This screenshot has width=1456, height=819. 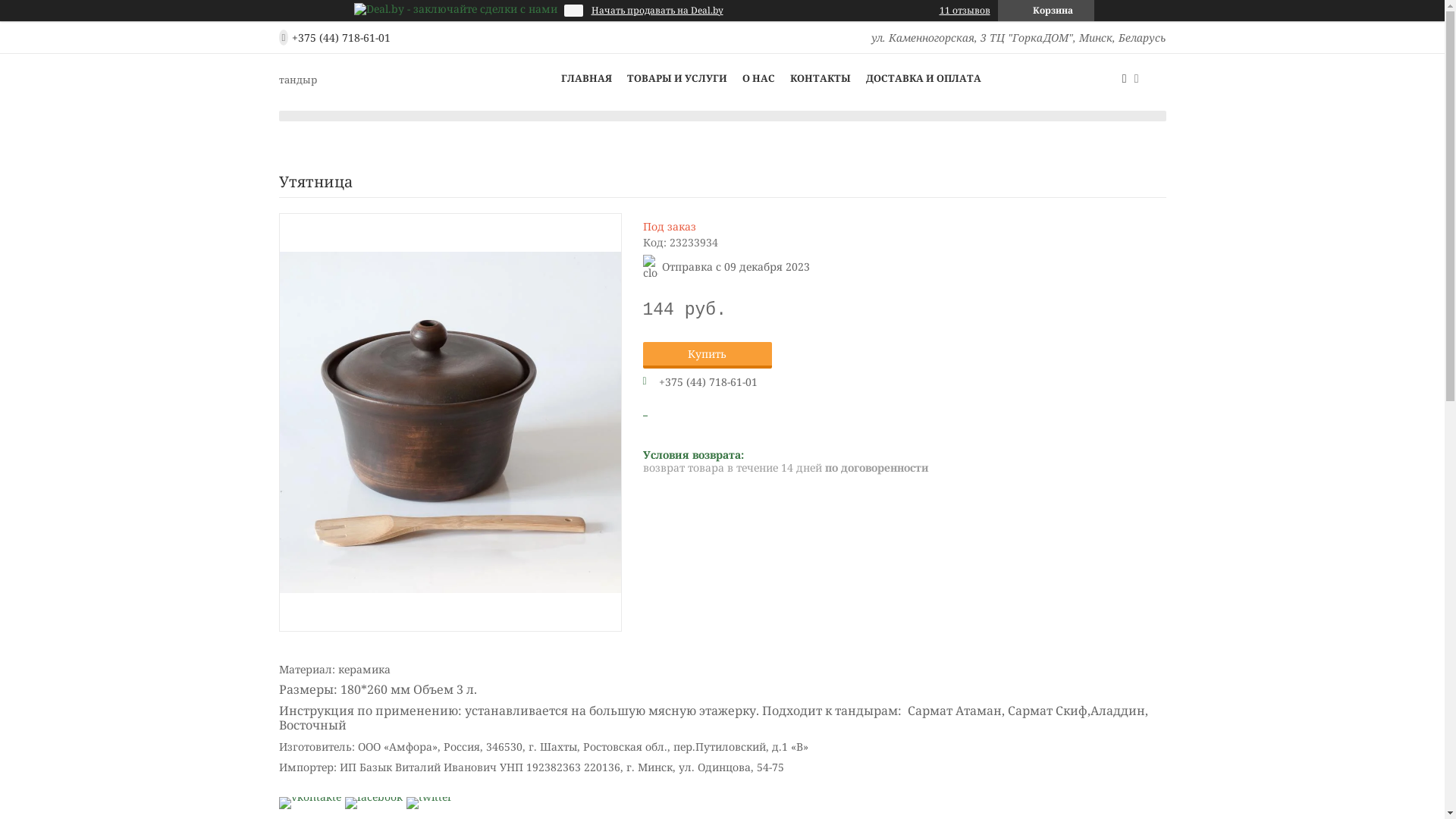 I want to click on 'facebook', so click(x=372, y=795).